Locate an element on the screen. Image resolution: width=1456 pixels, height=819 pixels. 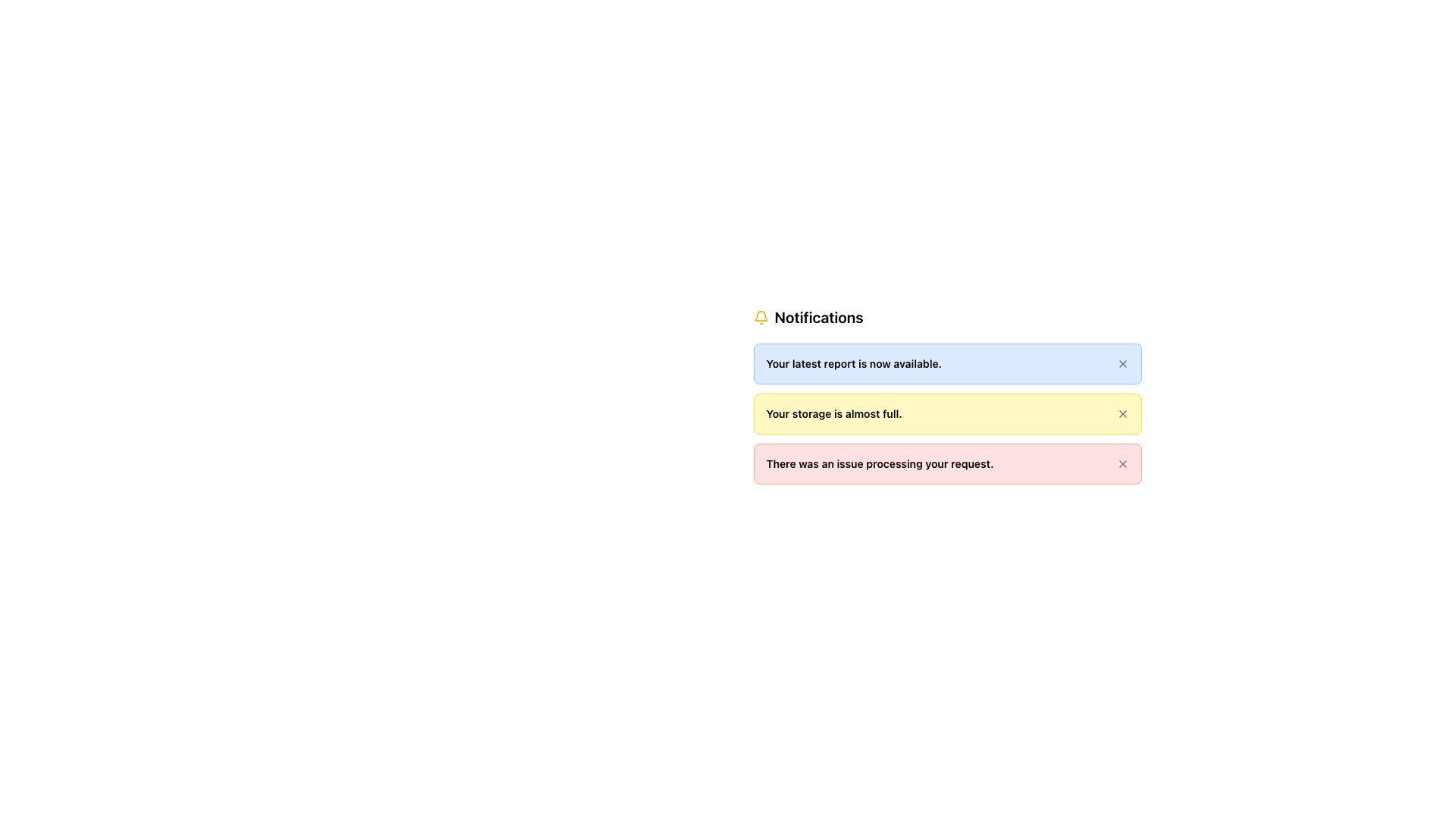
the text that reads 'There was an issue processing your request.' which is located within the red-bordered notification card on the right side of the display is located at coordinates (880, 463).